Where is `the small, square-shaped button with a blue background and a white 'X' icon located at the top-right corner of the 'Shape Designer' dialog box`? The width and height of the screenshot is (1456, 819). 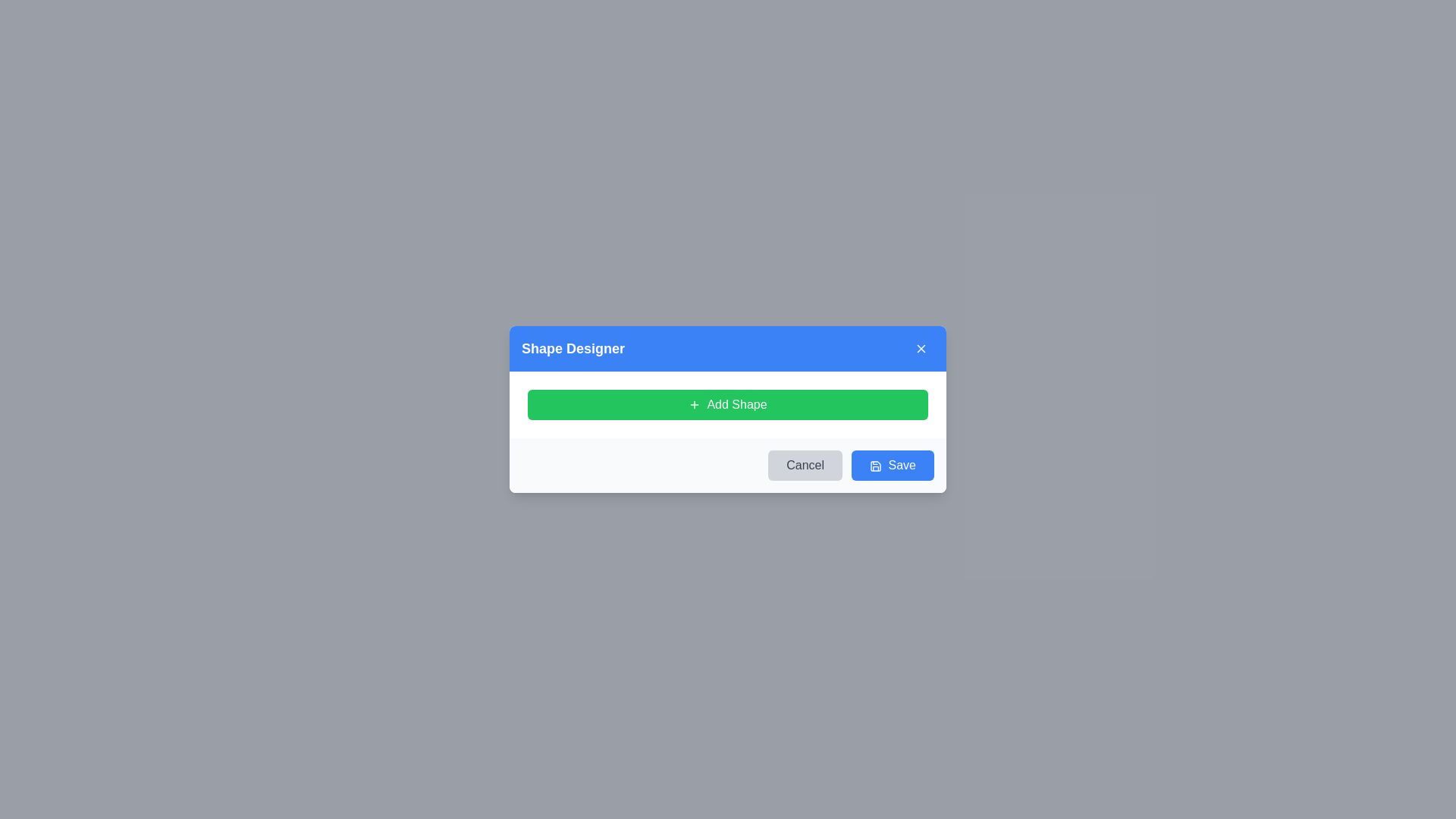
the small, square-shaped button with a blue background and a white 'X' icon located at the top-right corner of the 'Shape Designer' dialog box is located at coordinates (920, 348).